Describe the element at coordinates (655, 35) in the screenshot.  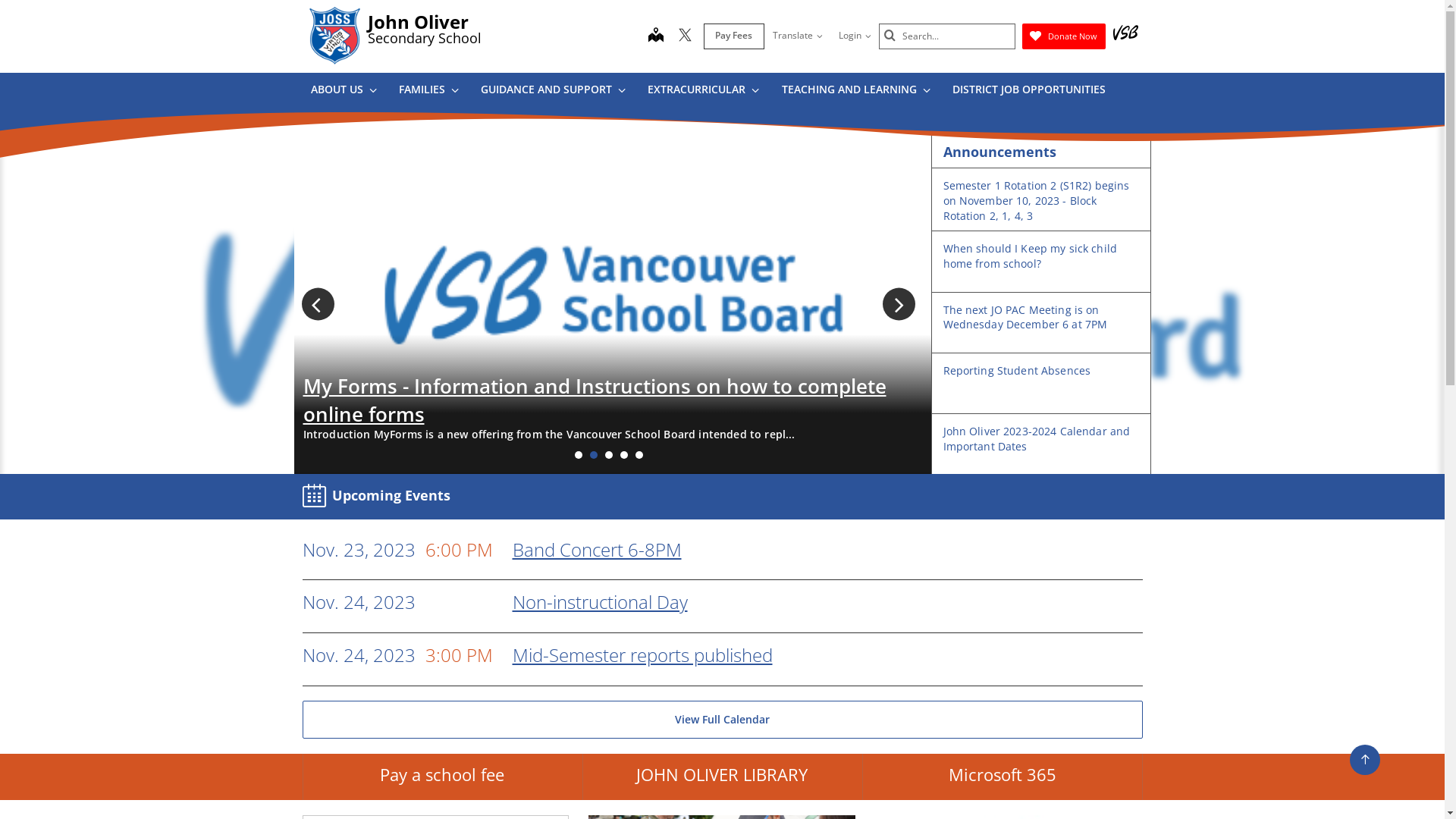
I see `'map'` at that location.